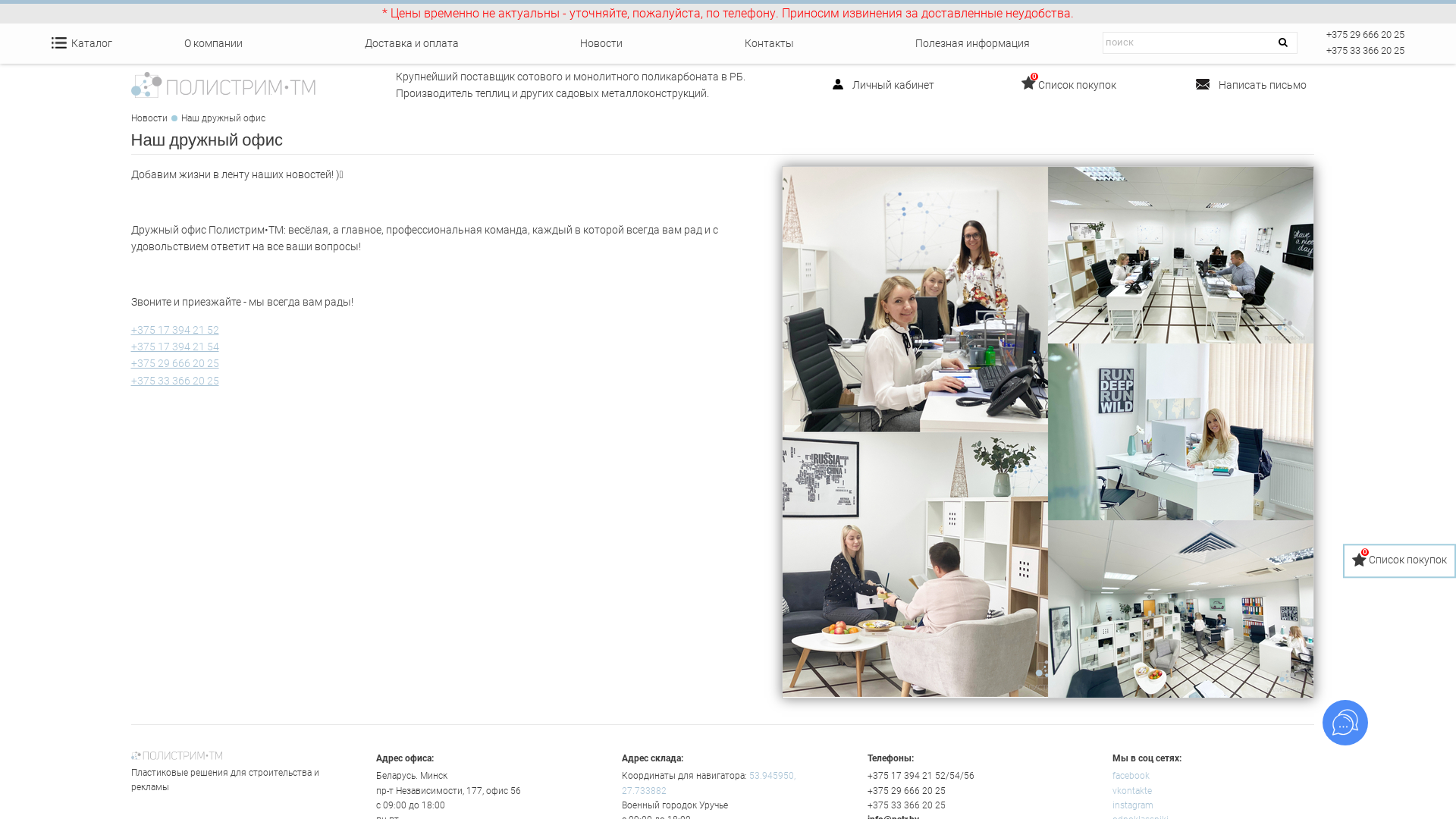  What do you see at coordinates (174, 379) in the screenshot?
I see `'+375 33 366 20 25'` at bounding box center [174, 379].